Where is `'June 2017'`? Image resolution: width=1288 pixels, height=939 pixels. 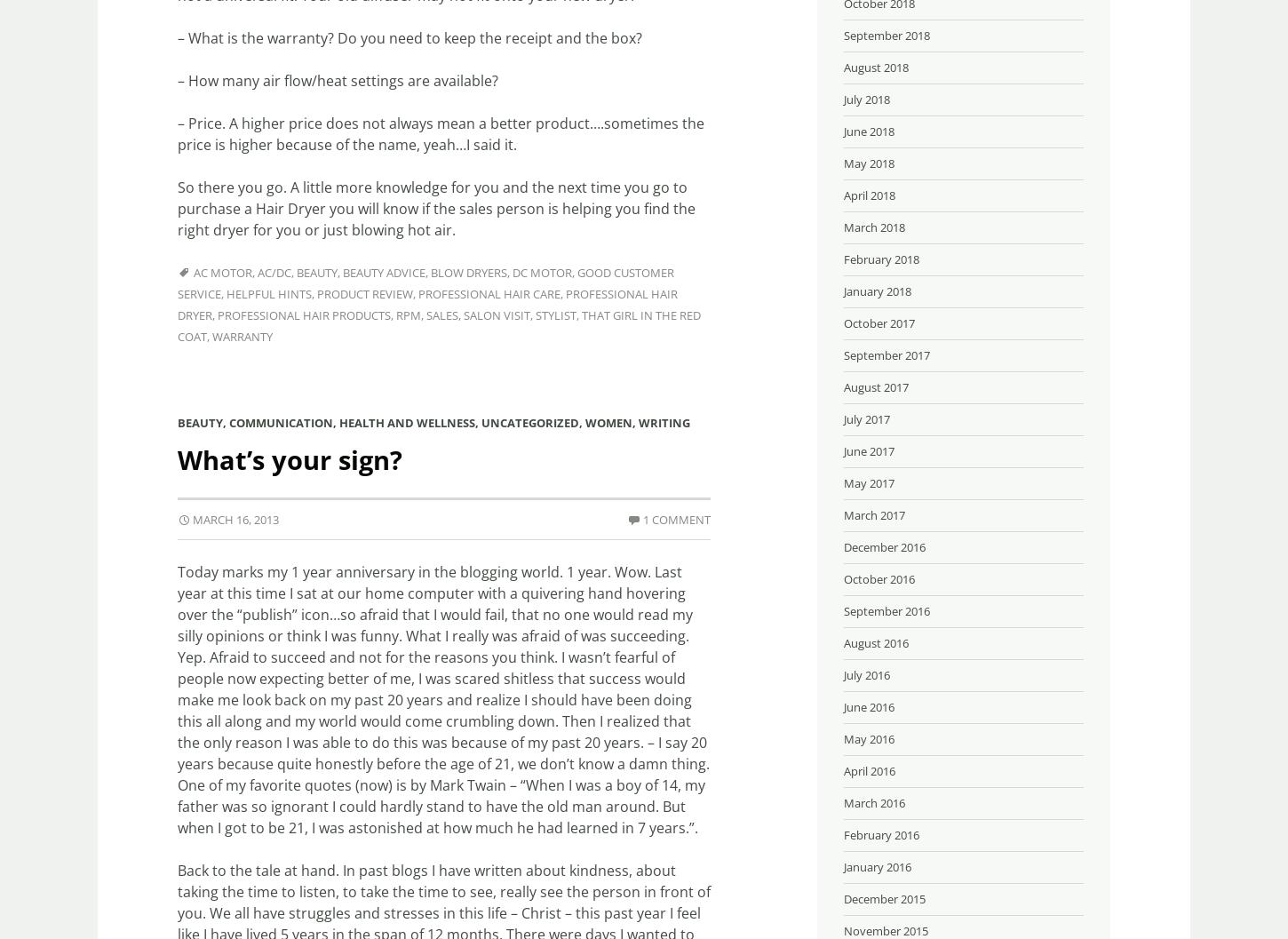 'June 2017' is located at coordinates (869, 450).